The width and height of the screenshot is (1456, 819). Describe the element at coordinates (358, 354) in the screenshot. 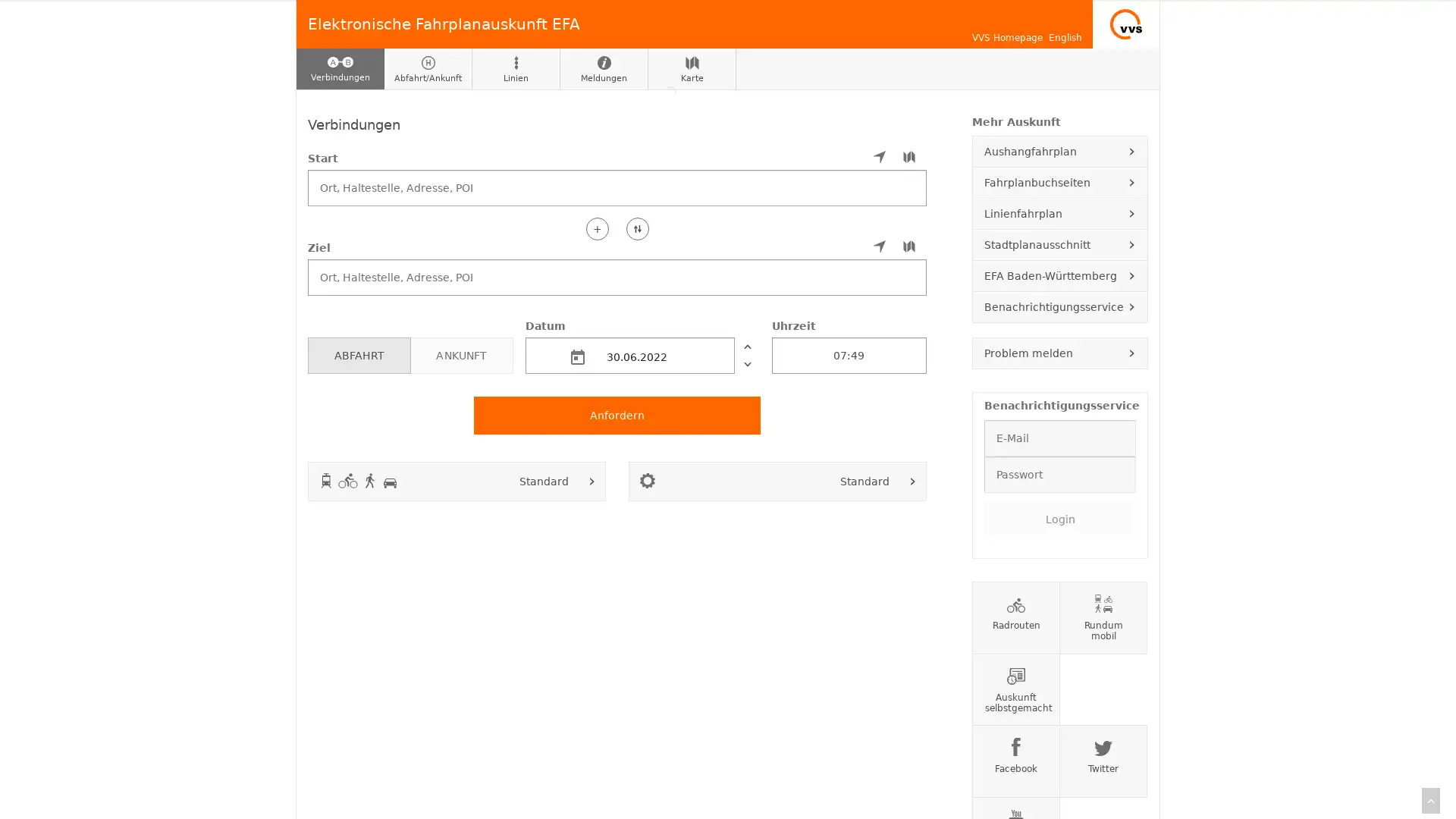

I see `ABFAHRT` at that location.